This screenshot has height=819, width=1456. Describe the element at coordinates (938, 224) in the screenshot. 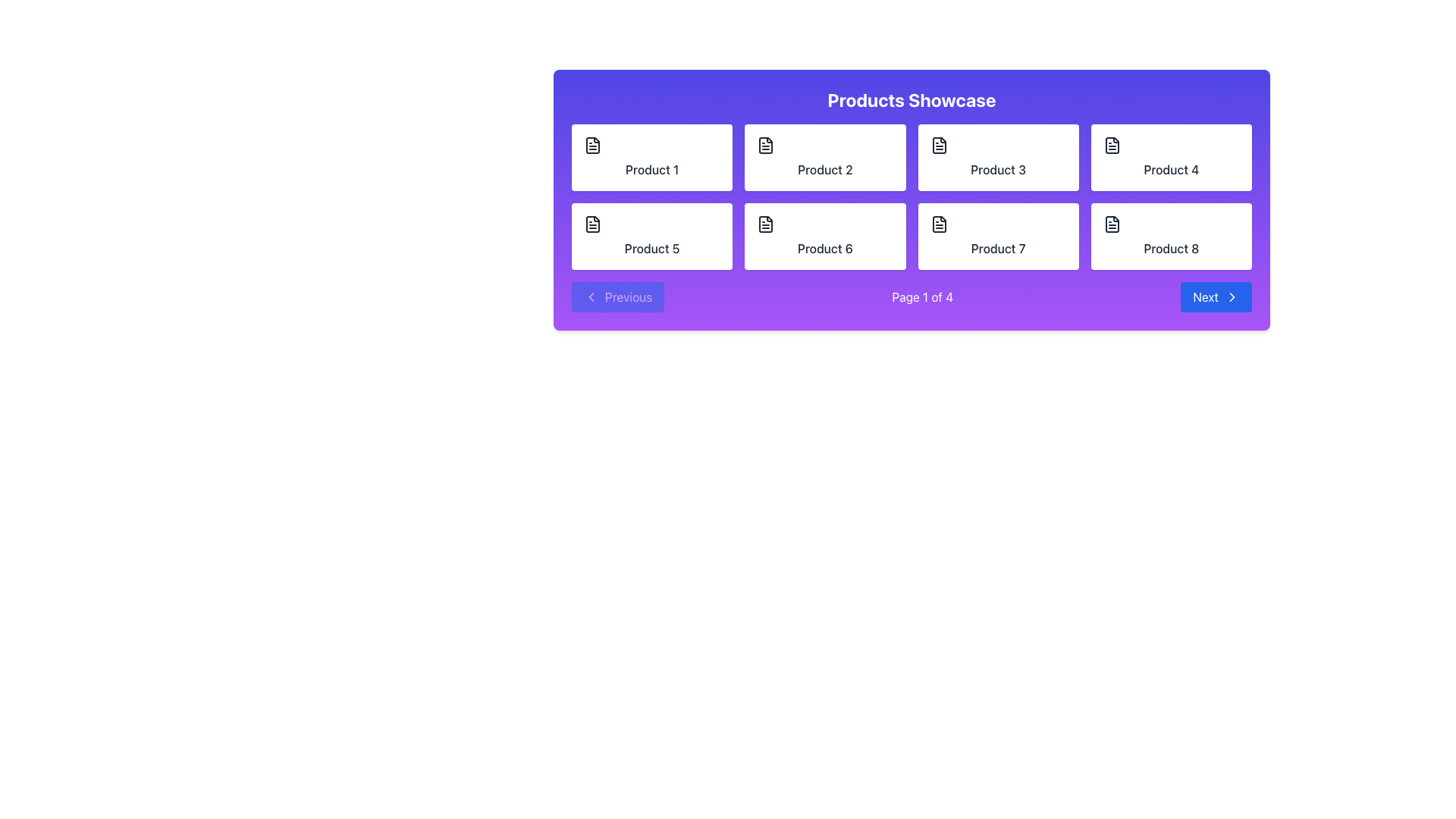

I see `the file icon associated with 'Product 7' in the Products Showcase section` at that location.